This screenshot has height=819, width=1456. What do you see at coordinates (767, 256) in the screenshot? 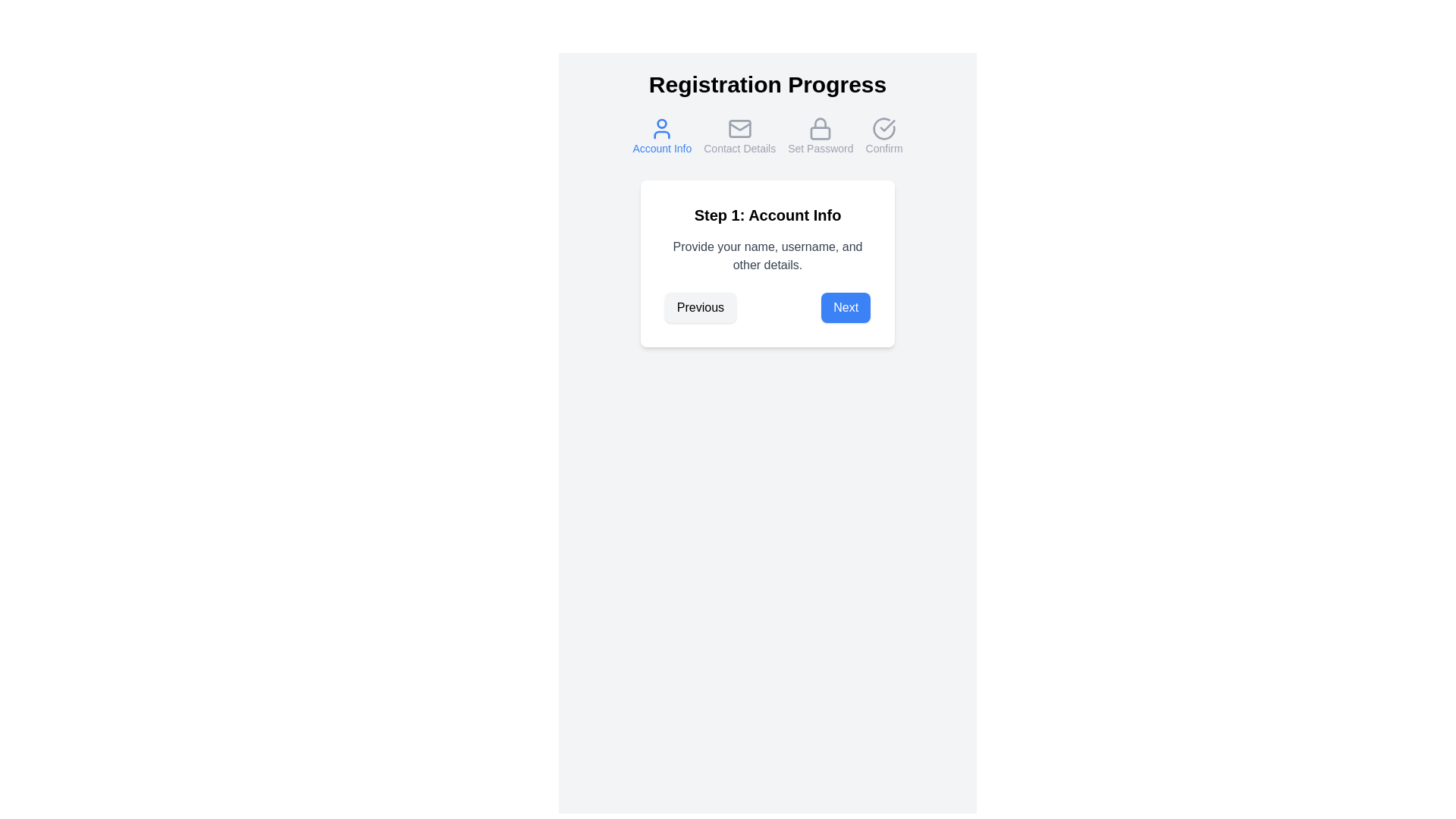
I see `the gray text label that instructs to 'Provide your name, username, and other details', located below the heading 'Step 1: Account Info'` at bounding box center [767, 256].